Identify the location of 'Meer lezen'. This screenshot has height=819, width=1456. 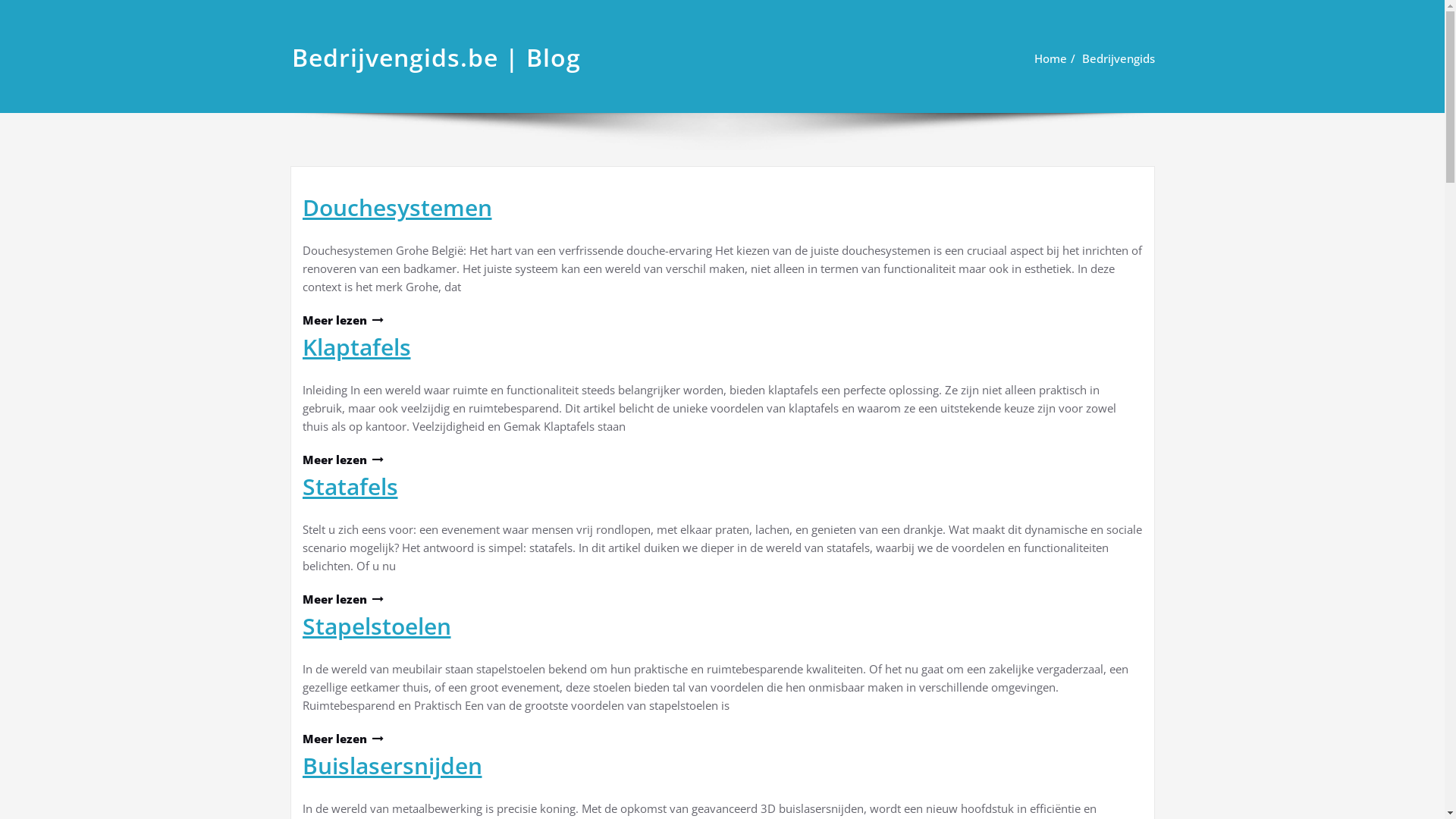
(341, 318).